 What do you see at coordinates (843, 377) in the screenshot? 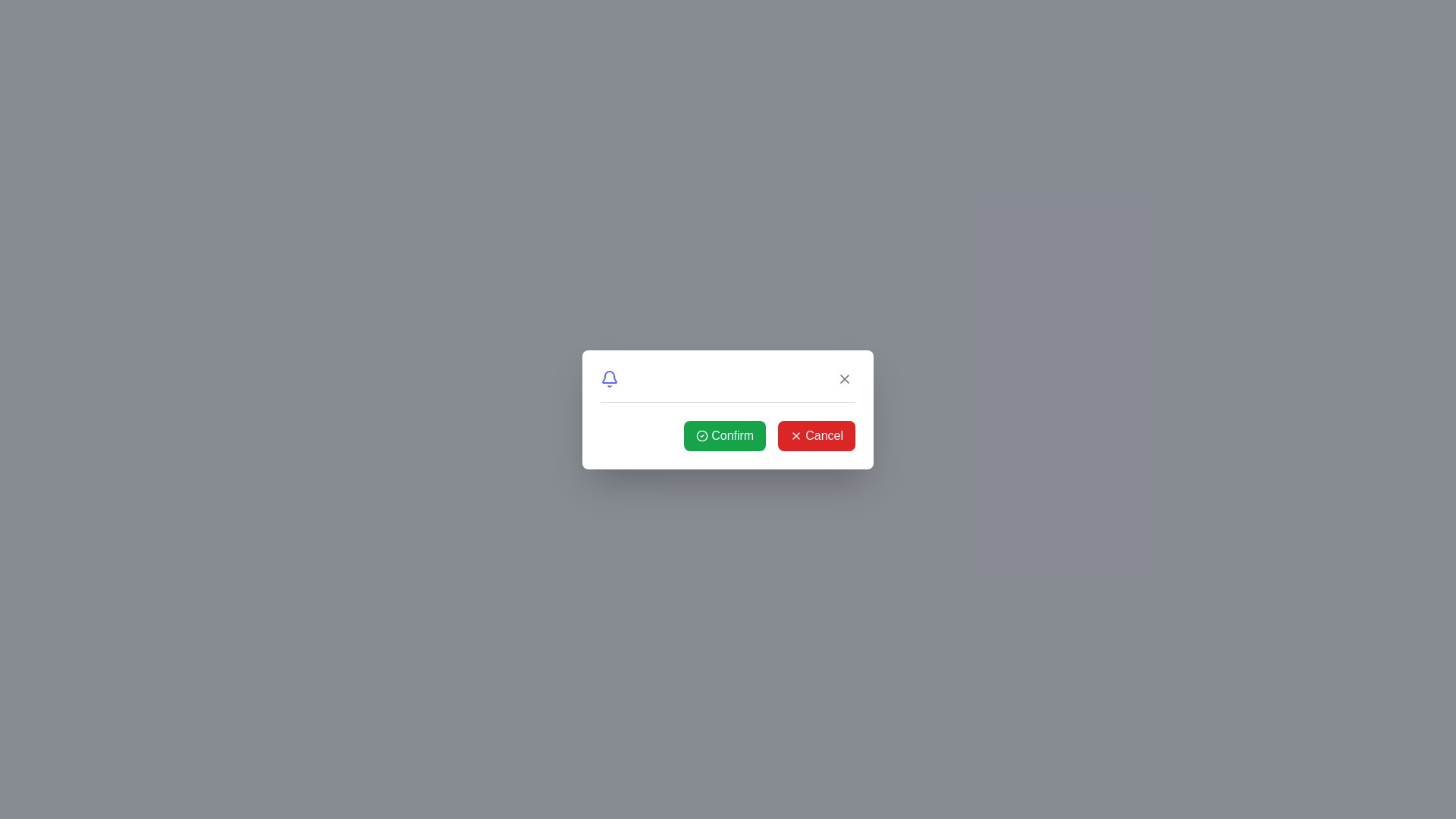
I see `the 'X' close icon located in the upper-right corner of the dialog box` at bounding box center [843, 377].